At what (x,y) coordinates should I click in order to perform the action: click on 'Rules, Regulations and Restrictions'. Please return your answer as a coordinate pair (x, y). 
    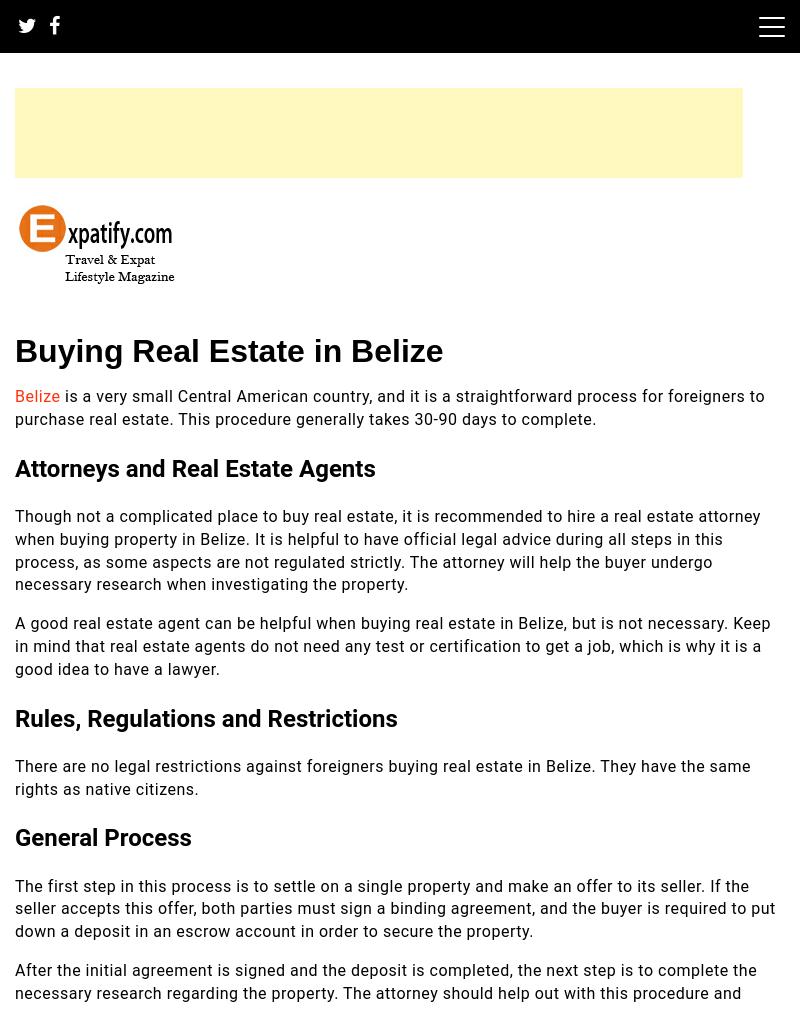
    Looking at the image, I should click on (206, 718).